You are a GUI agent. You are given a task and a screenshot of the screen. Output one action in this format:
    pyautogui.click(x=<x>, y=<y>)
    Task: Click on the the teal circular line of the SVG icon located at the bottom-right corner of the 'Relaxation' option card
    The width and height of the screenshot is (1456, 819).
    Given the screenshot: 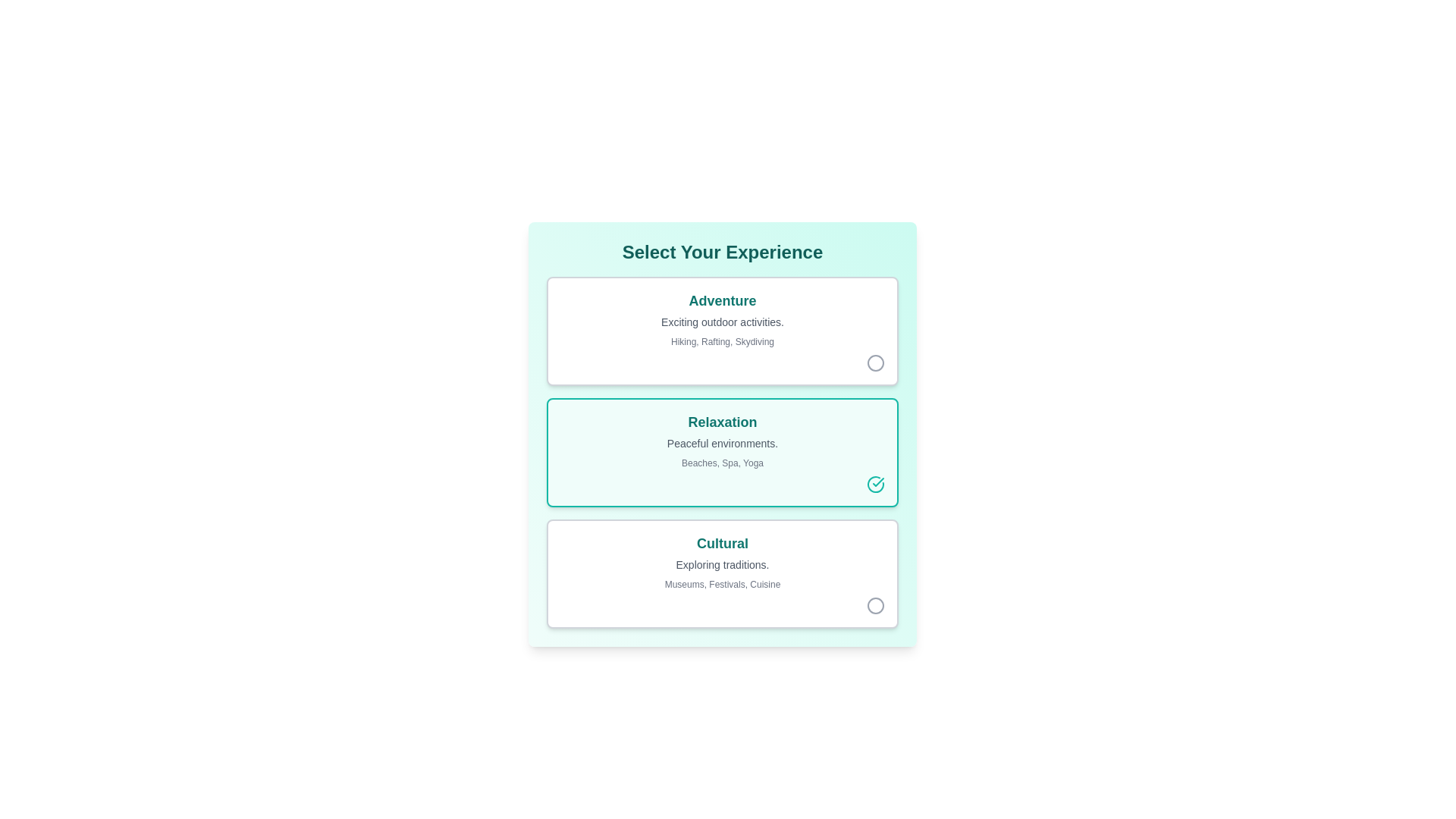 What is the action you would take?
    pyautogui.click(x=876, y=485)
    